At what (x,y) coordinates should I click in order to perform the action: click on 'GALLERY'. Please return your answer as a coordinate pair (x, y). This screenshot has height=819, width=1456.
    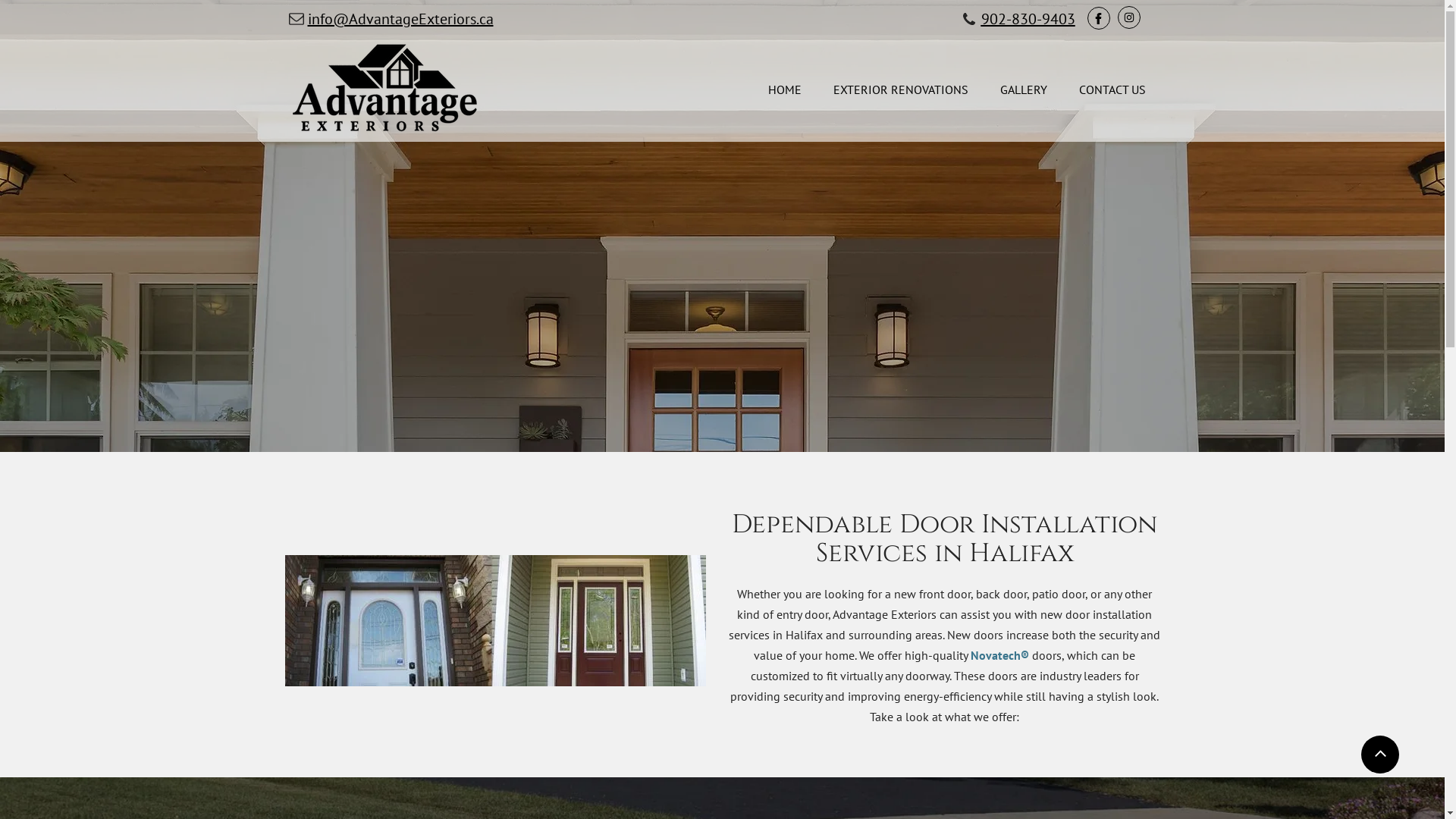
    Looking at the image, I should click on (1022, 90).